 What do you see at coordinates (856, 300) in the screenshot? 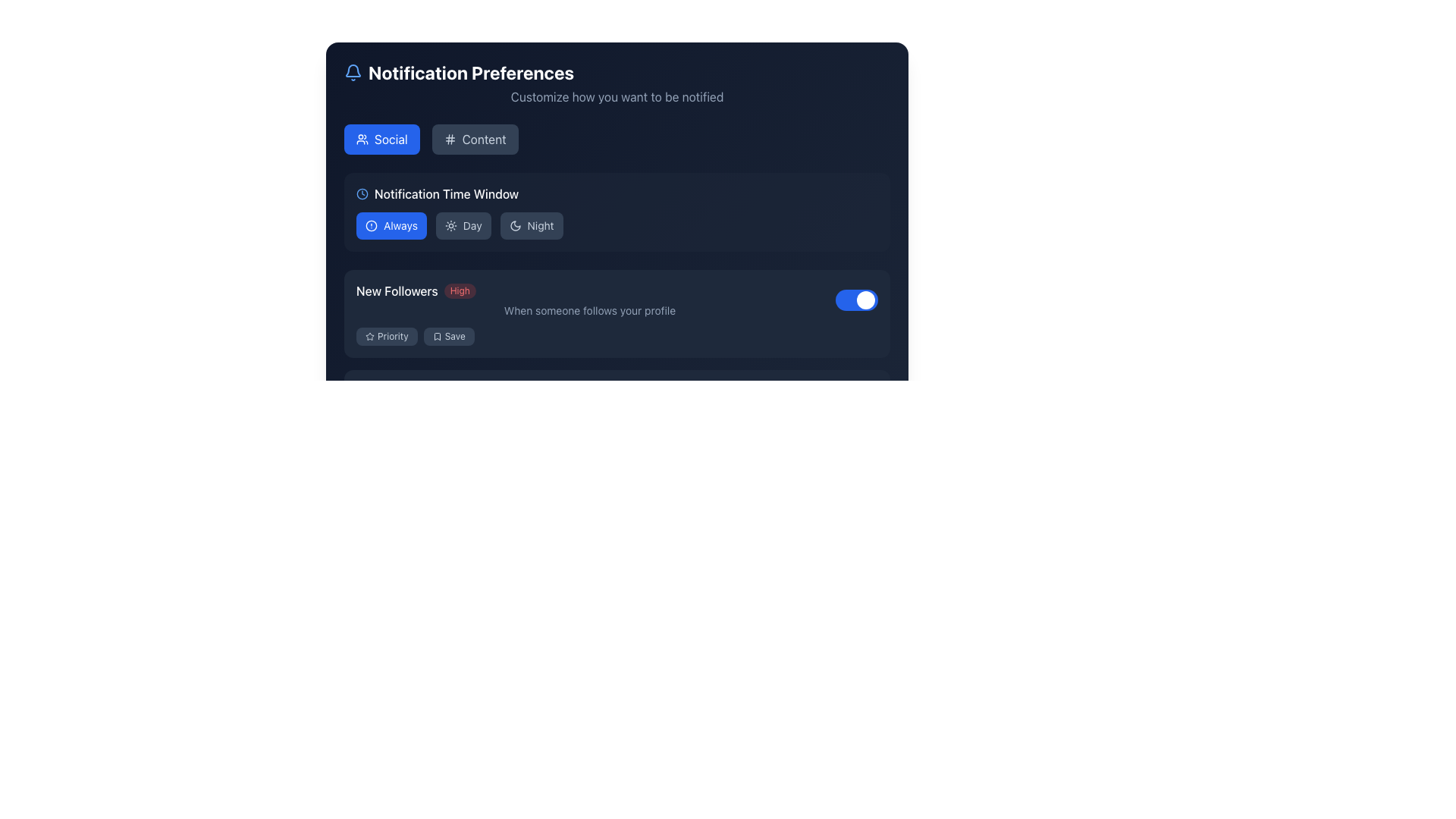
I see `the toggle switch located in the 'New Followers' section, positioned to the immediate right of the text 'When someone follows your profile'` at bounding box center [856, 300].